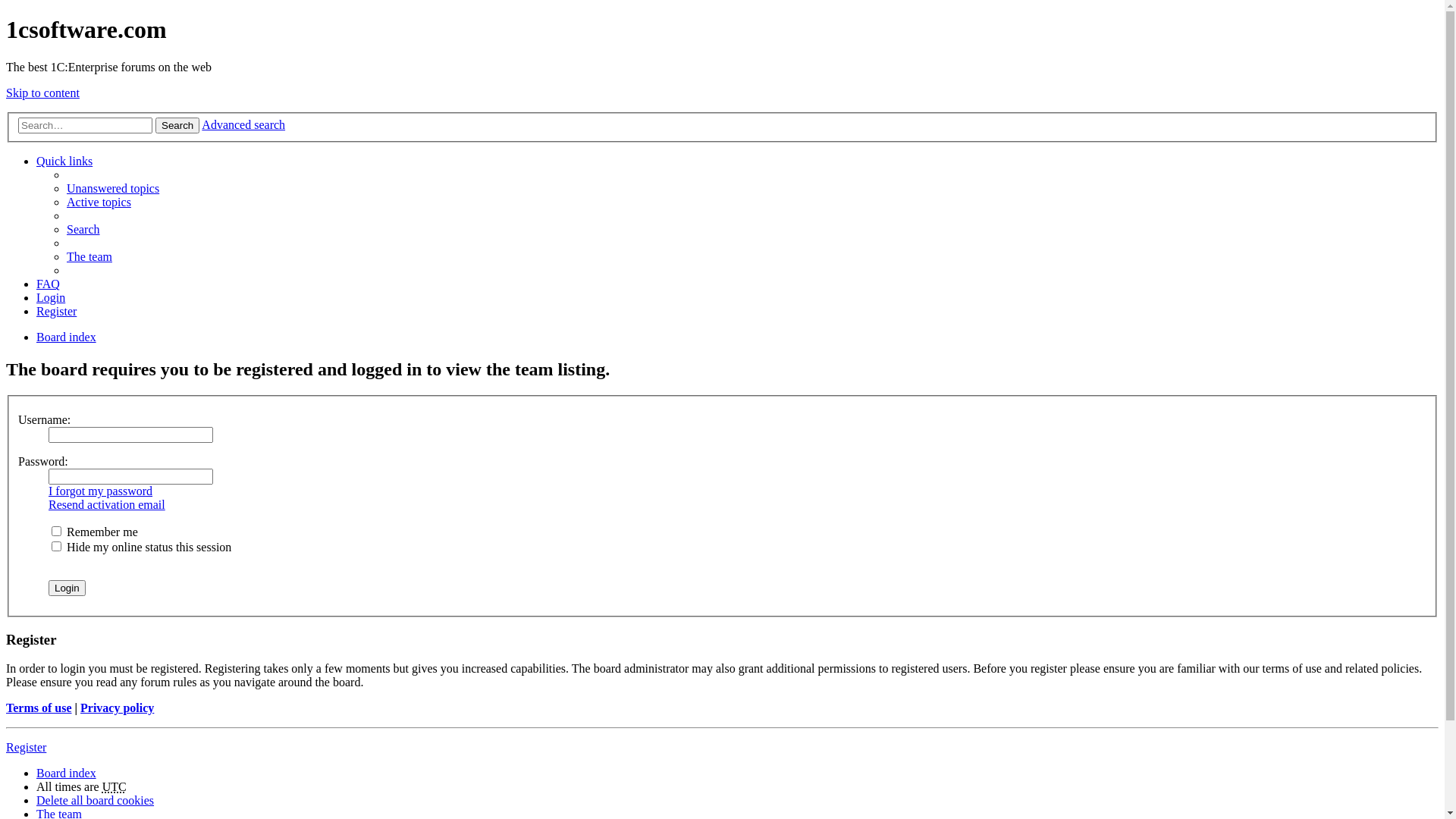  What do you see at coordinates (6, 708) in the screenshot?
I see `'Terms of use'` at bounding box center [6, 708].